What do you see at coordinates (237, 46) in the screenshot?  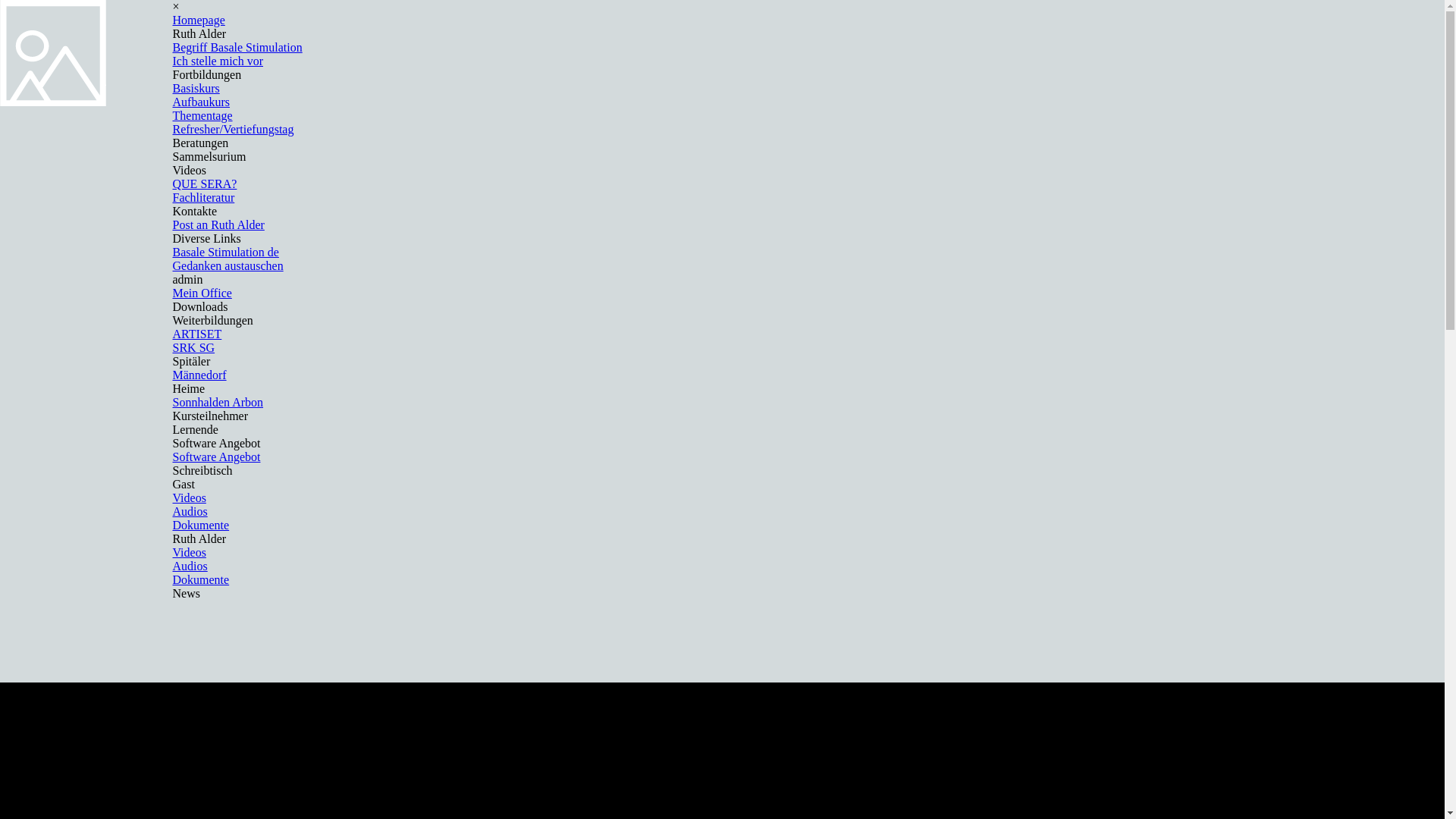 I see `'Begriff Basale Stimulation'` at bounding box center [237, 46].